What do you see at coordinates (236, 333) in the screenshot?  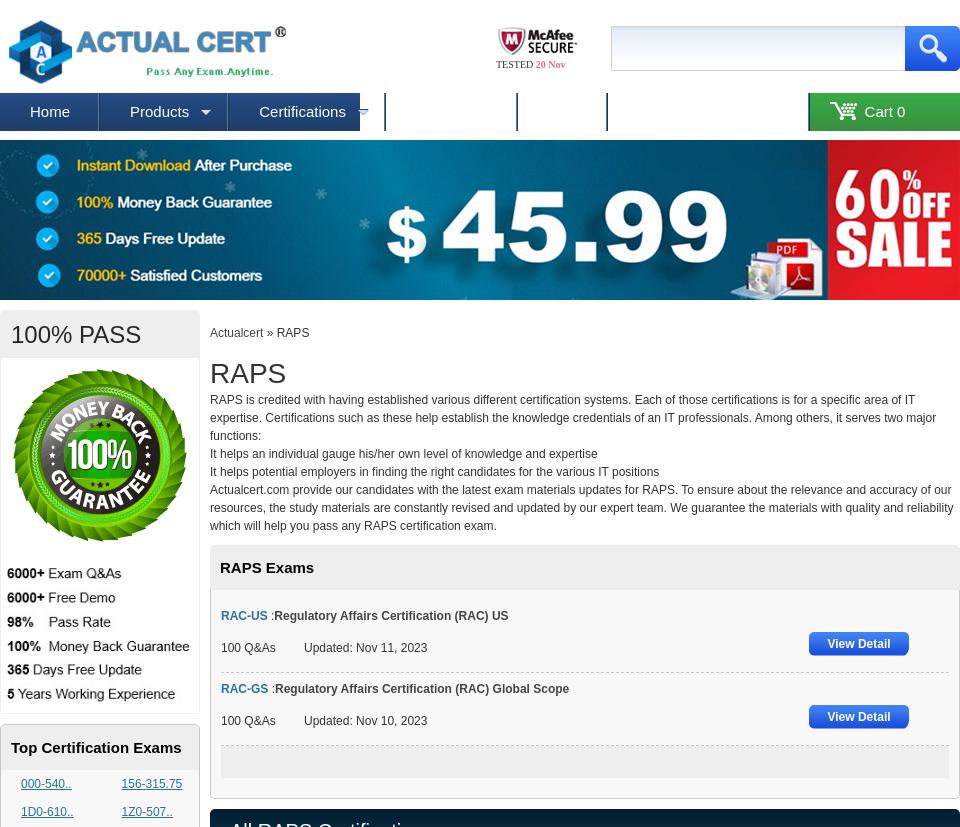 I see `'Actualcert'` at bounding box center [236, 333].